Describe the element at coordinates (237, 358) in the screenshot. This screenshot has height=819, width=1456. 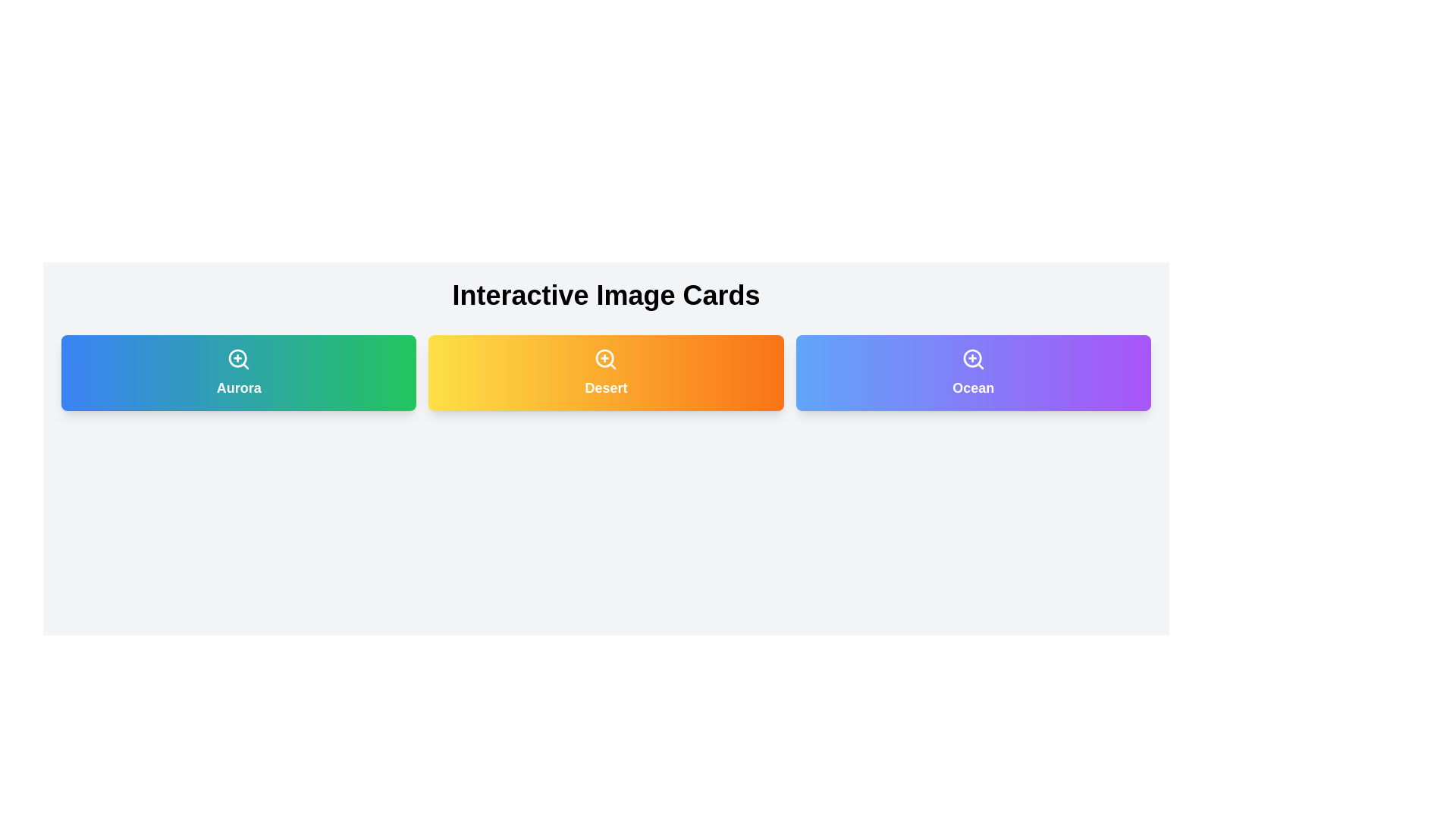
I see `the SVG Circle element that represents zoom functionality, located centrally within the 'Aurora' card` at that location.